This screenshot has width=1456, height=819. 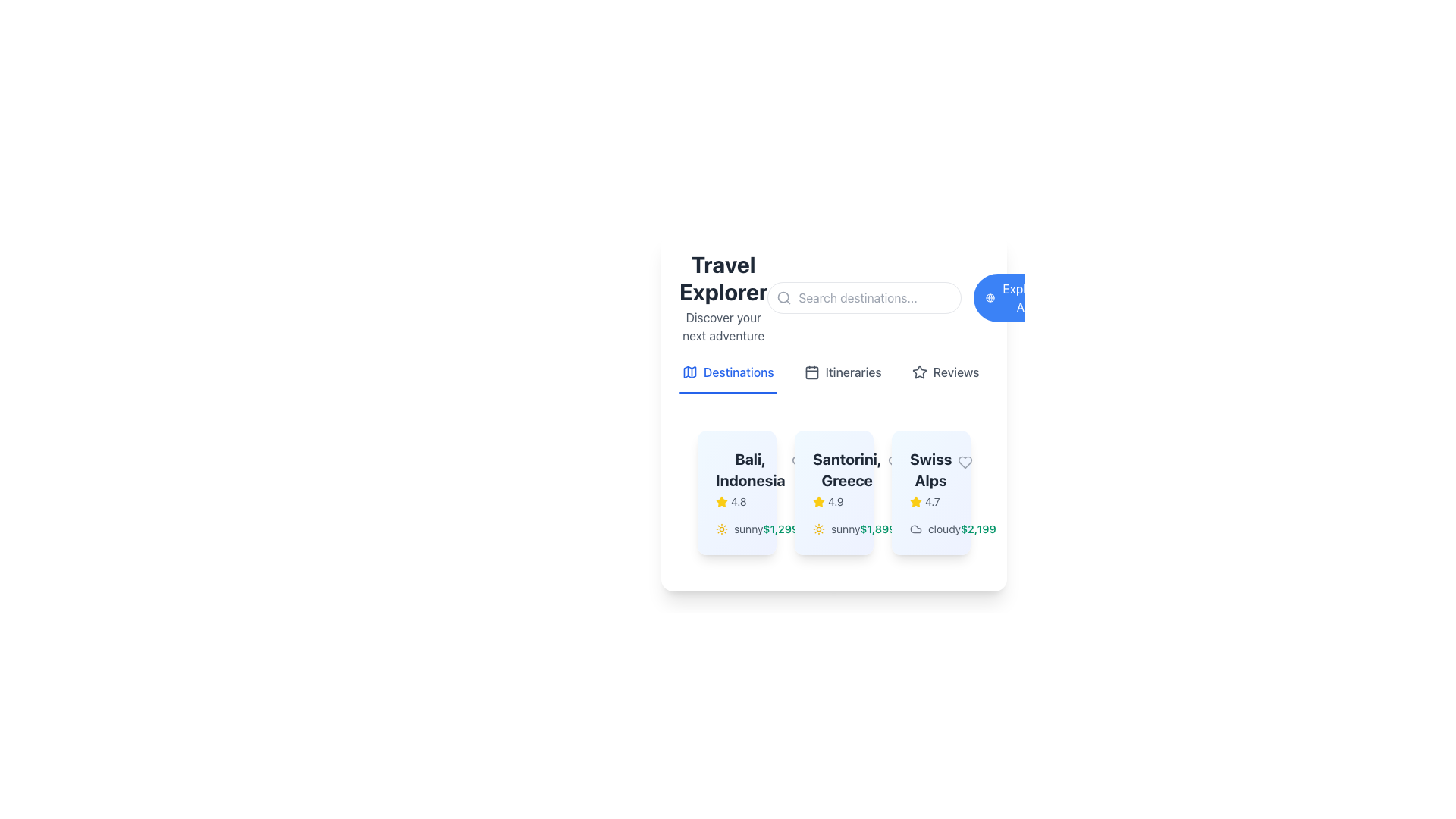 I want to click on the text label that displays 'cloudy' and the price '$2,199', which is located at the bottom of the 'Swiss Alps' card, to the right of the star-rating component, so click(x=930, y=529).